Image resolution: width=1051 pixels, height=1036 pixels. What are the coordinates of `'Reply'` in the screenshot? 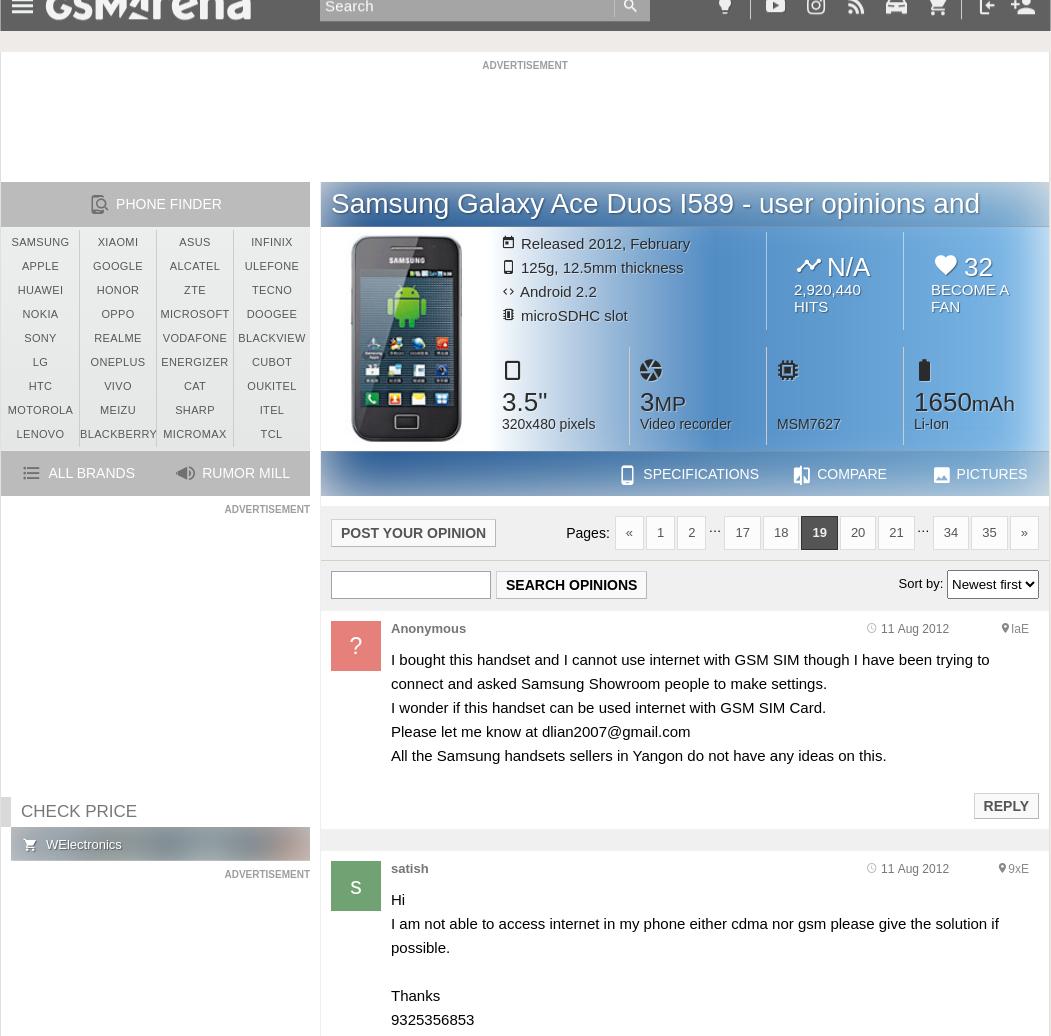 It's located at (1006, 806).